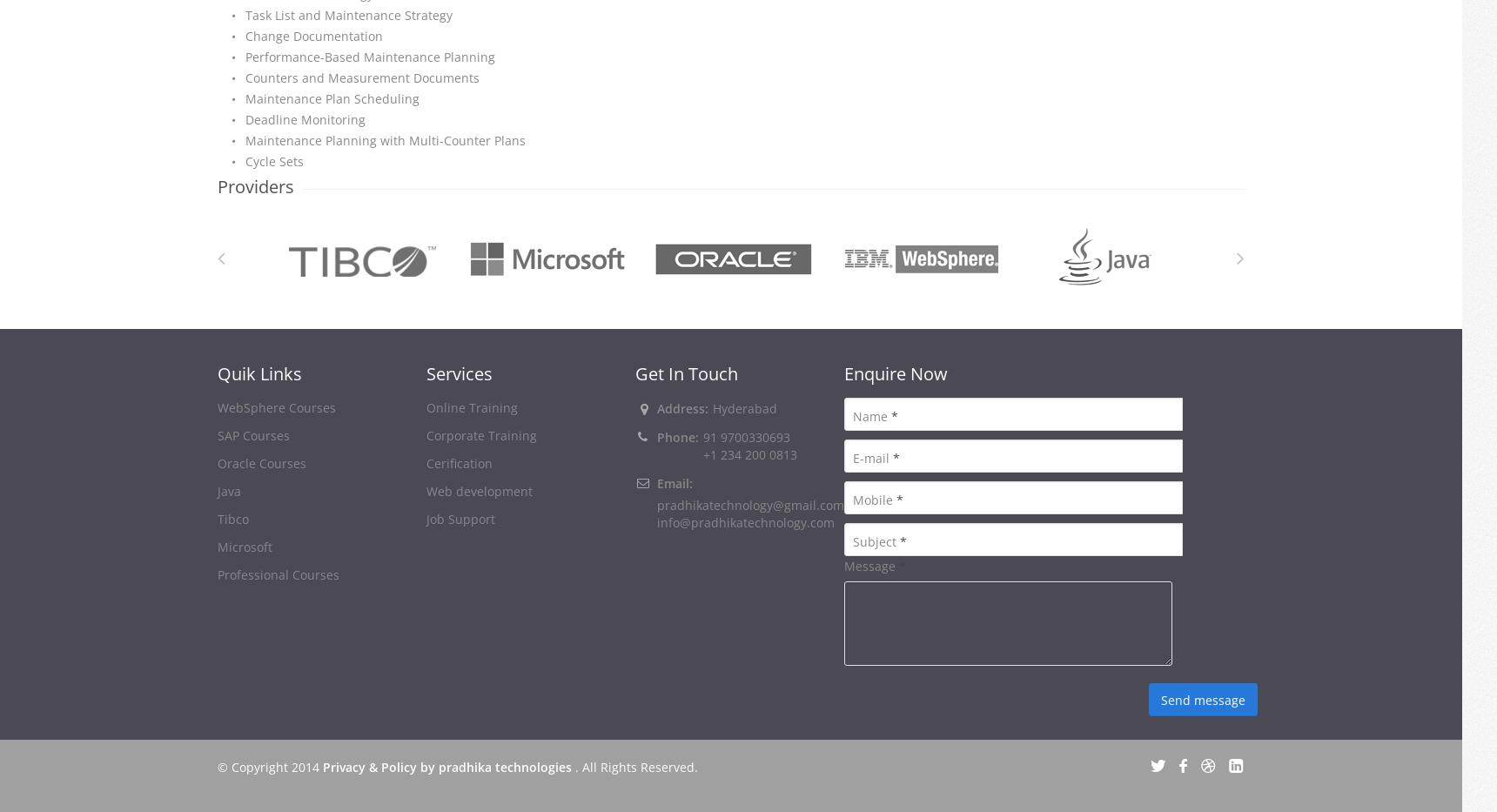 This screenshot has width=1497, height=812. What do you see at coordinates (460, 519) in the screenshot?
I see `'Job Support'` at bounding box center [460, 519].